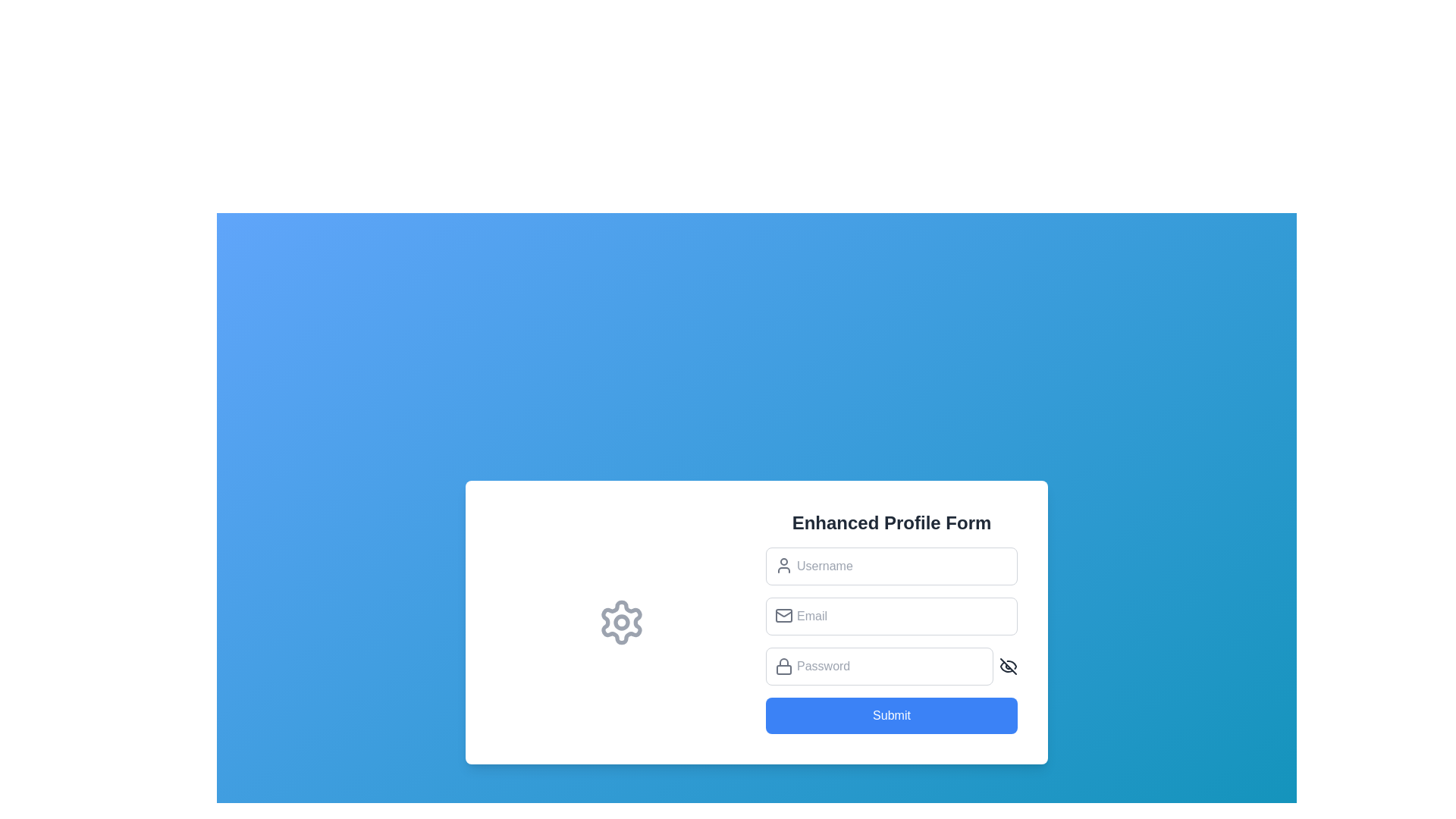 Image resolution: width=1456 pixels, height=819 pixels. I want to click on the email icon located inside the email input field, positioned to the left of the placeholder text 'Email', so click(783, 616).